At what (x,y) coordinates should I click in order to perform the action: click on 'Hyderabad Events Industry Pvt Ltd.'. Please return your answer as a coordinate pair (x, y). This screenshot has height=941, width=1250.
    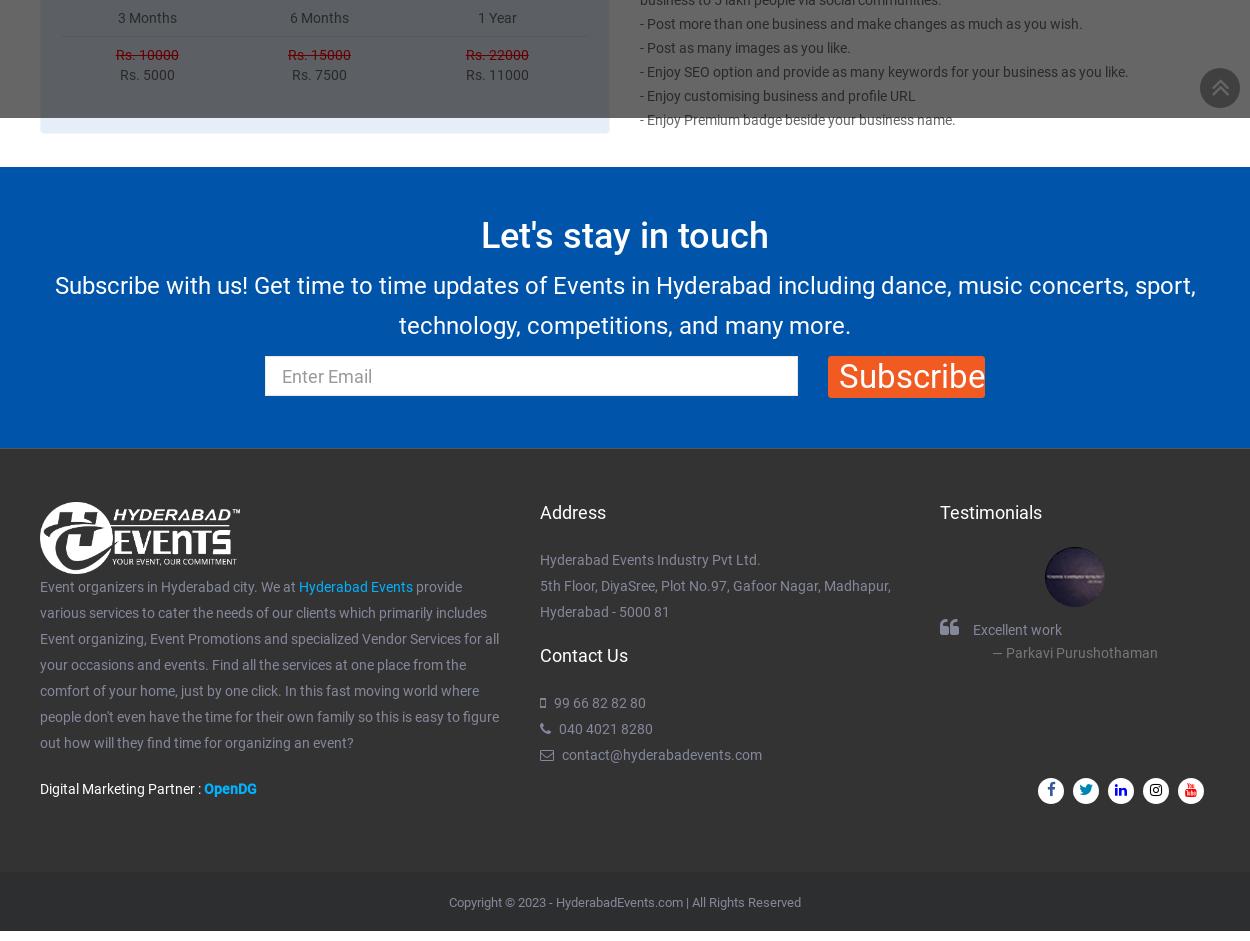
    Looking at the image, I should click on (540, 558).